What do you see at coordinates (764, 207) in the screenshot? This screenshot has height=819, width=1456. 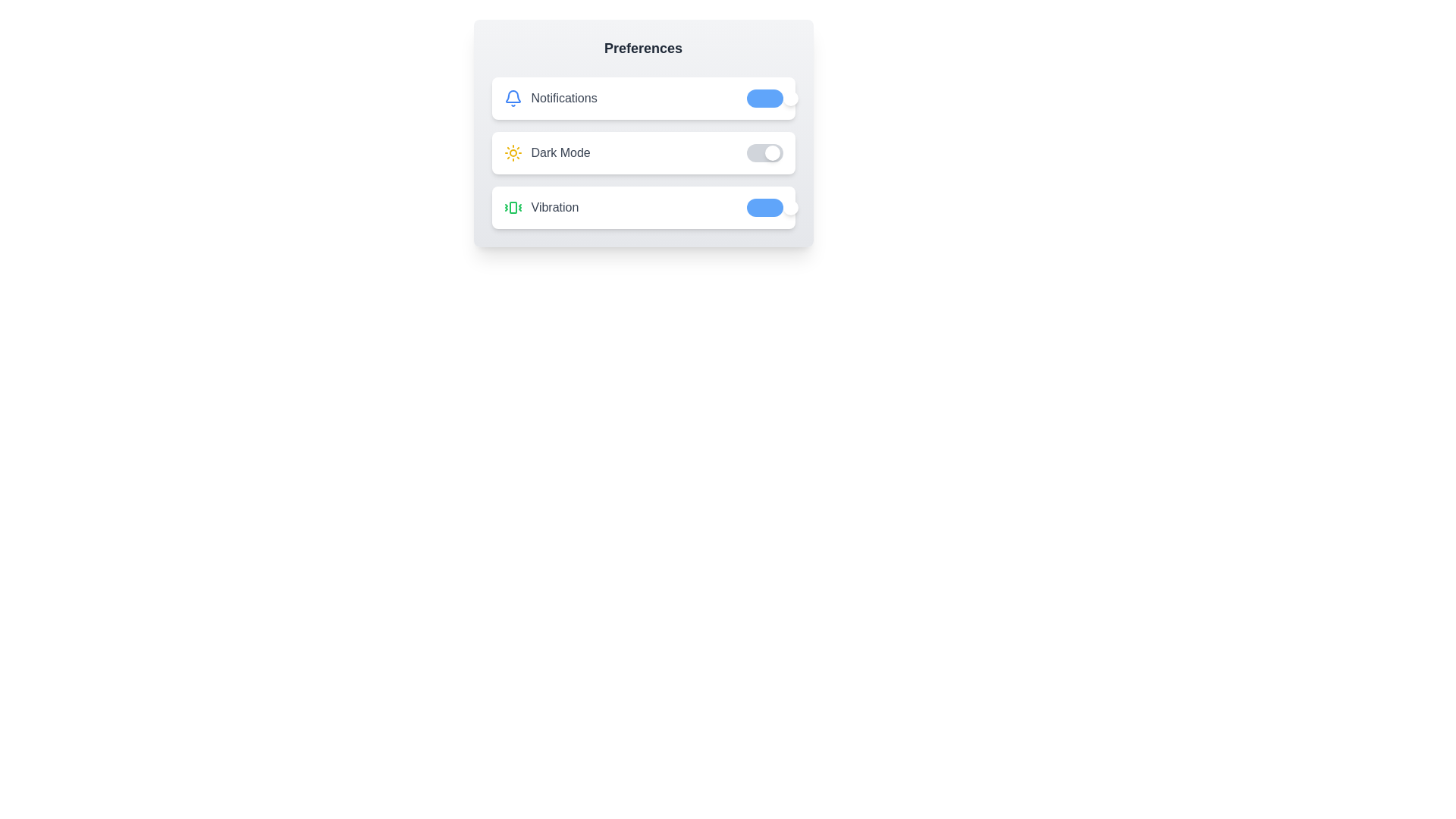 I see `the blue toggle switch with a circular knob on the right within the 'Vibration' panel` at bounding box center [764, 207].